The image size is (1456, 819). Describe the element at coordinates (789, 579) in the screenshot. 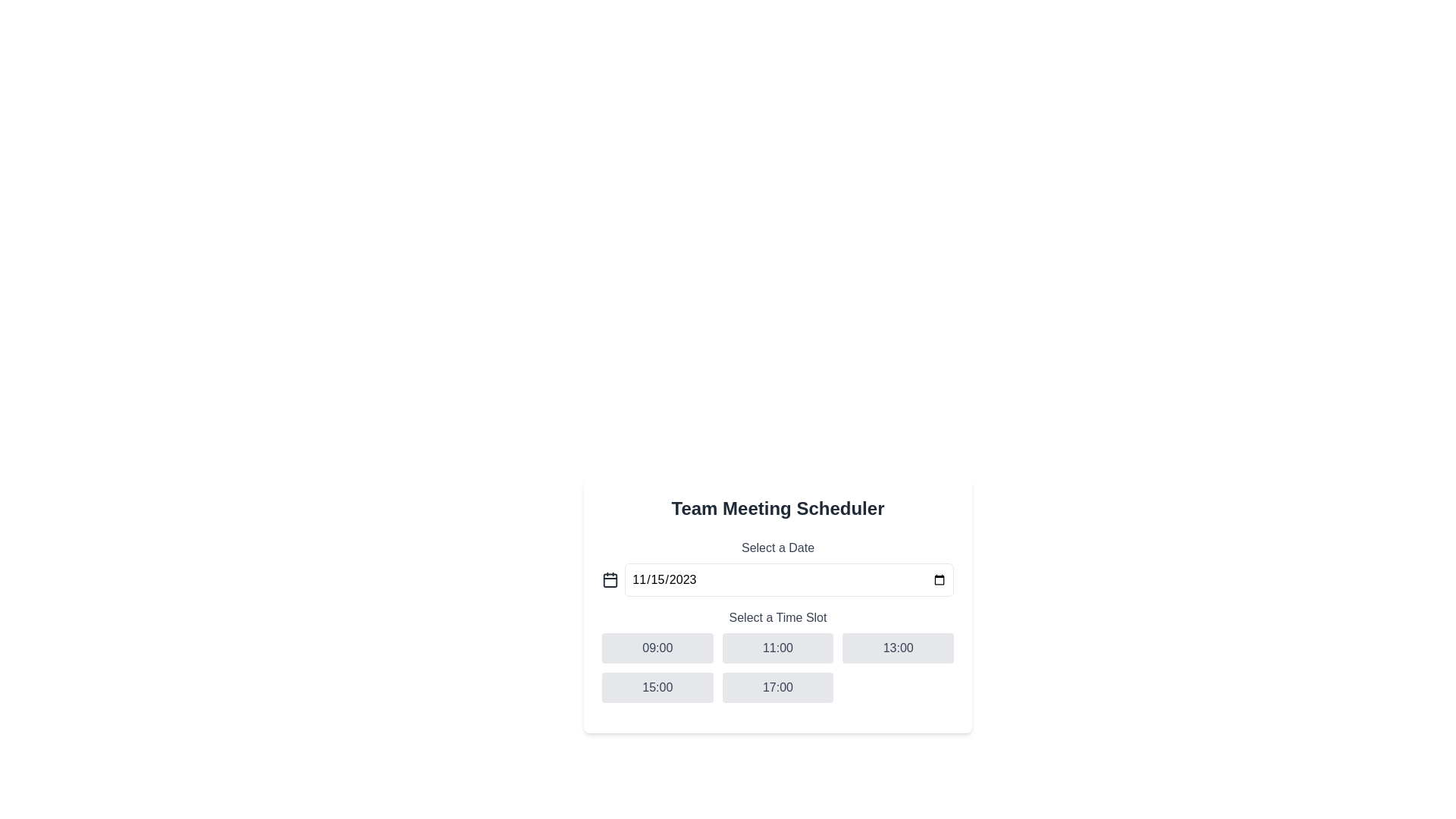

I see `to select portions of the date value in the date input field located below the 'Select a Date' label and` at that location.